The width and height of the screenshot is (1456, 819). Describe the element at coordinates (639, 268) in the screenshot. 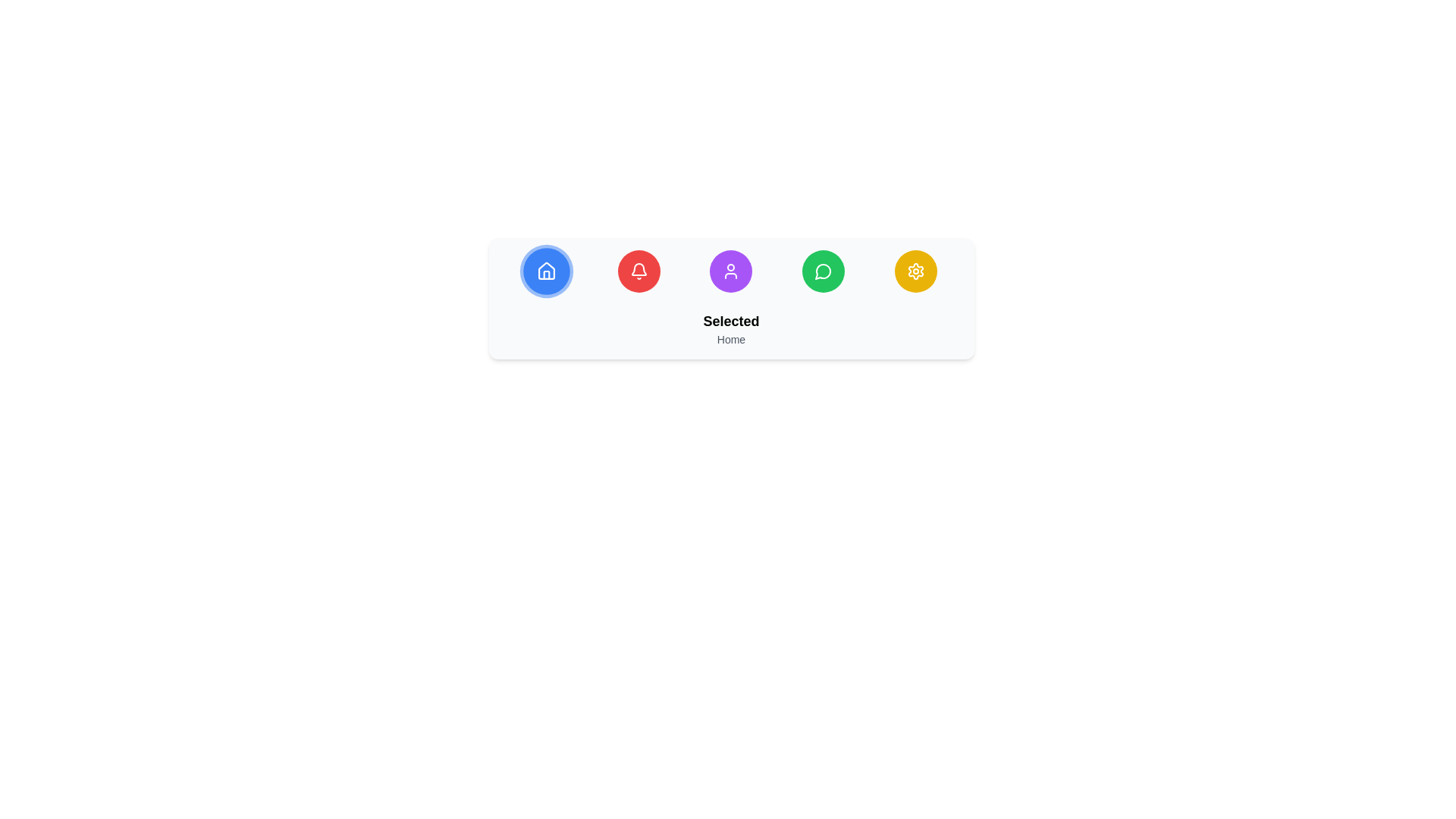

I see `the bottom segment of the bell-shaped icon, which is a part of the SVG graphical element representing a notification symbol` at that location.